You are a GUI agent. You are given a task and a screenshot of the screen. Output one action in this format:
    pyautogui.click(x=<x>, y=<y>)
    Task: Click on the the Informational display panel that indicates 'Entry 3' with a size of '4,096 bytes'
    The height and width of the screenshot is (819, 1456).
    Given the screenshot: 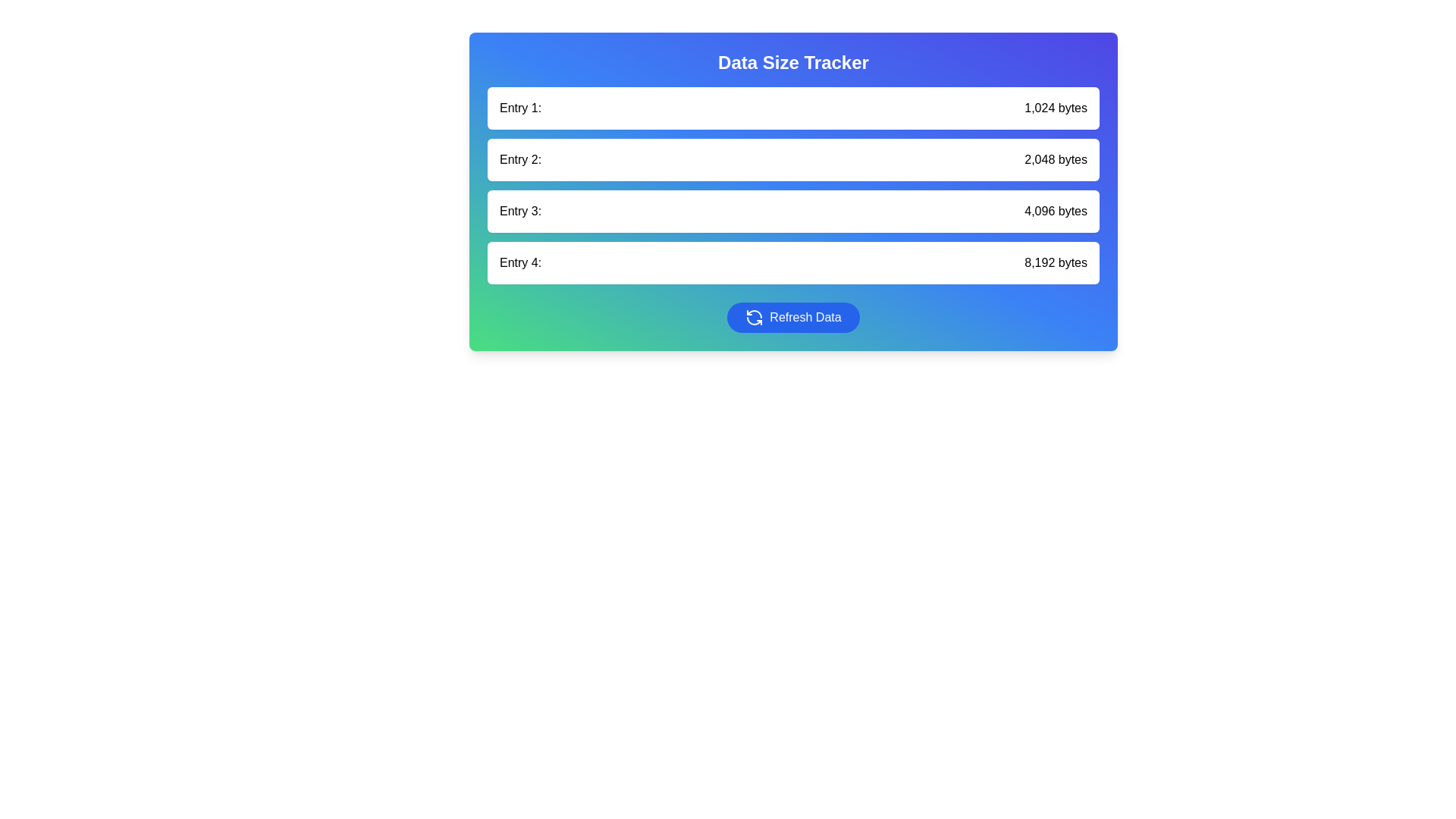 What is the action you would take?
    pyautogui.click(x=792, y=211)
    